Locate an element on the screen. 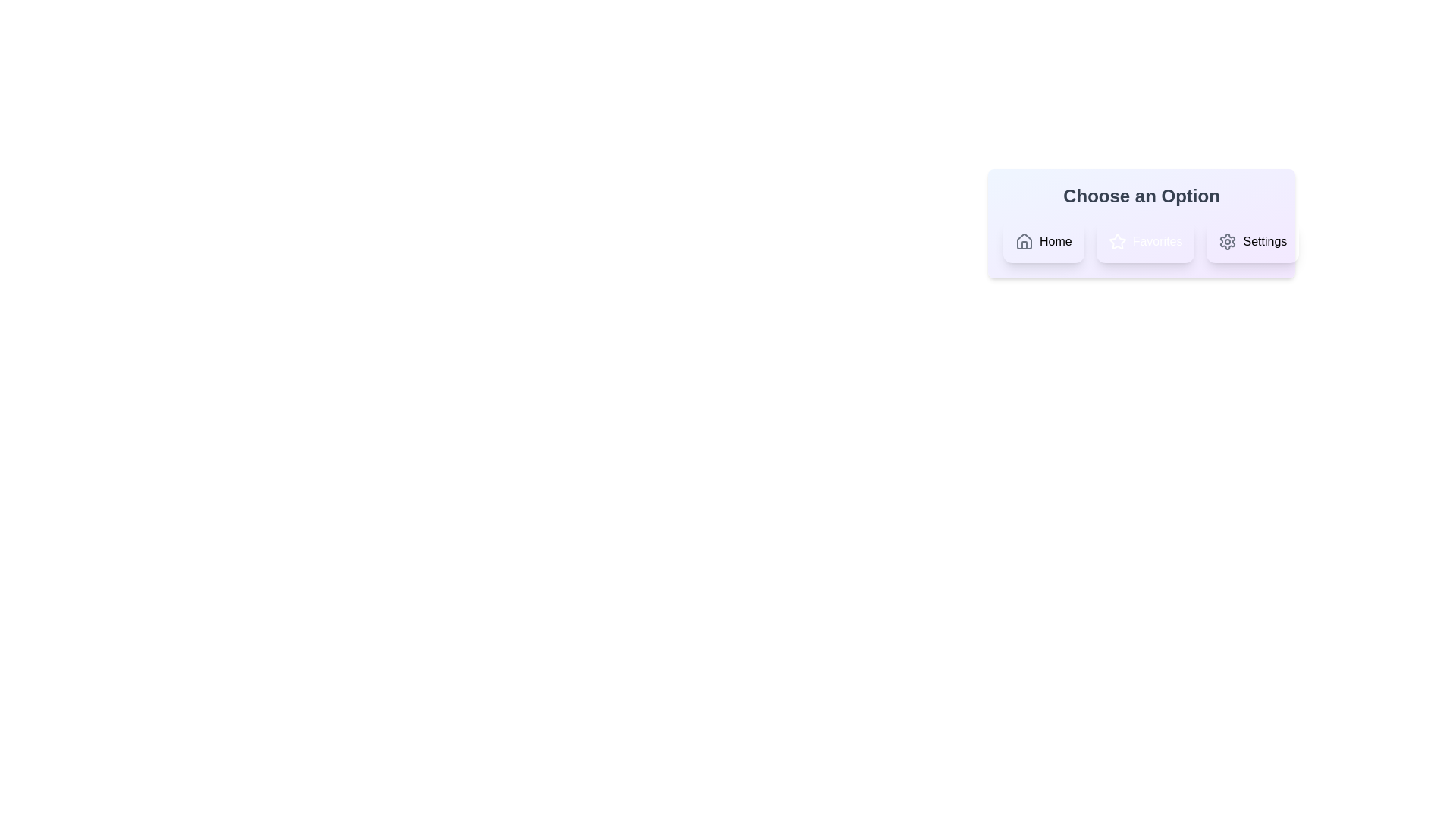 The height and width of the screenshot is (819, 1456). the chip labeled Settings is located at coordinates (1252, 241).